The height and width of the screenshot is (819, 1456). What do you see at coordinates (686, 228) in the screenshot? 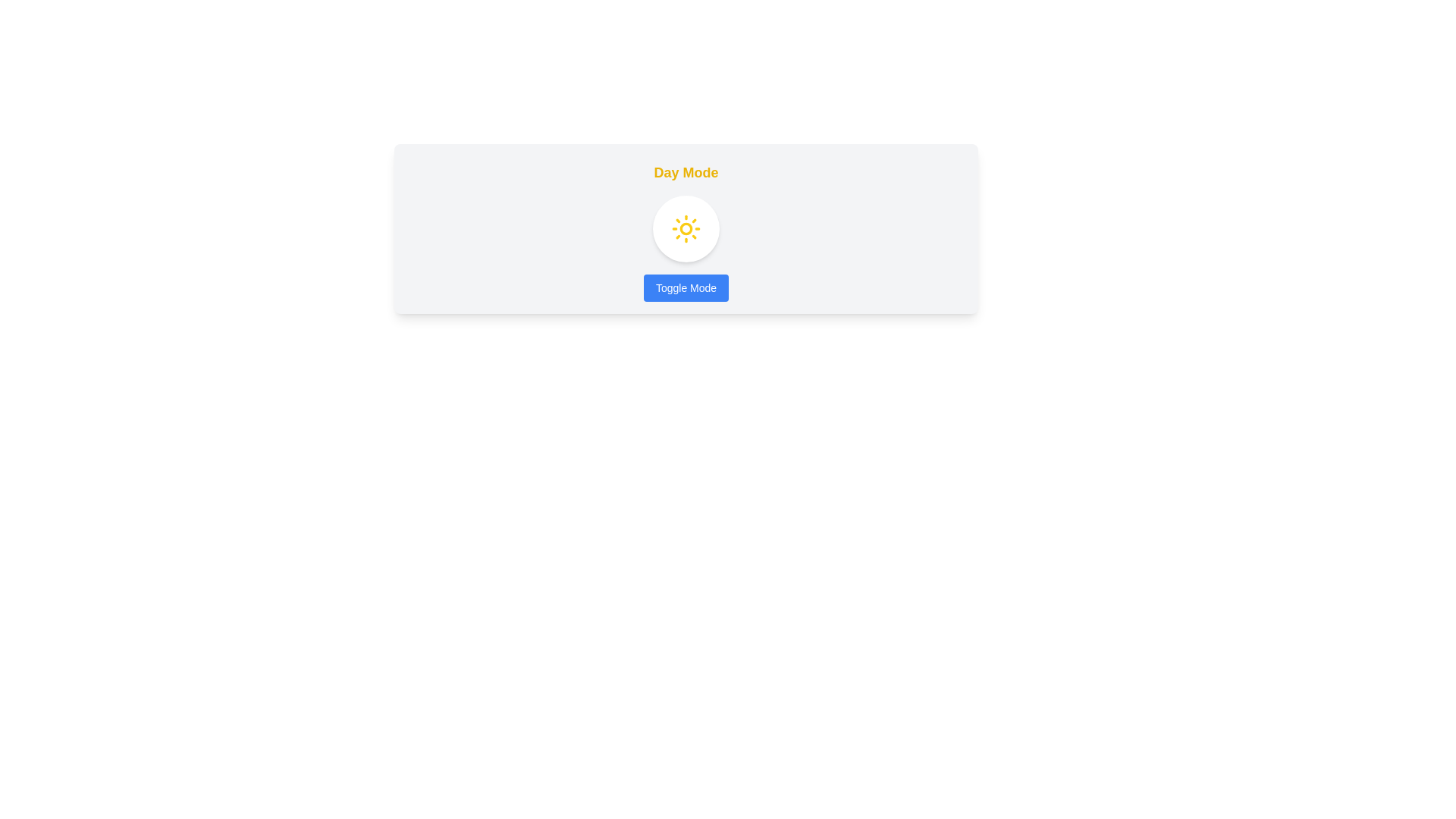
I see `the circular Icon button with a white background and a yellow sun icon, located below the 'Day Mode' label and above the 'Toggle Mode' button` at bounding box center [686, 228].